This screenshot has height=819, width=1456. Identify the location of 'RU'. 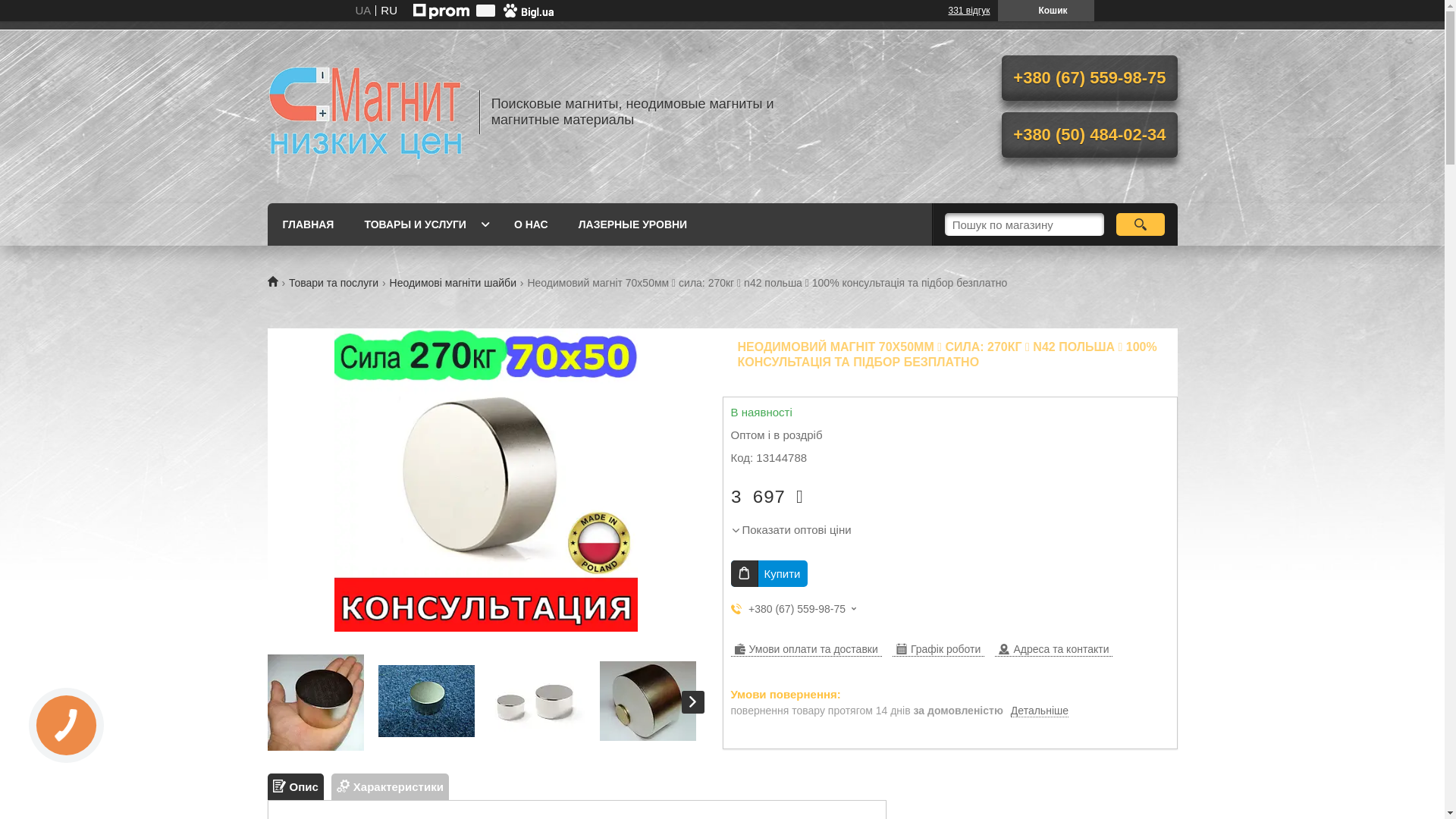
(388, 11).